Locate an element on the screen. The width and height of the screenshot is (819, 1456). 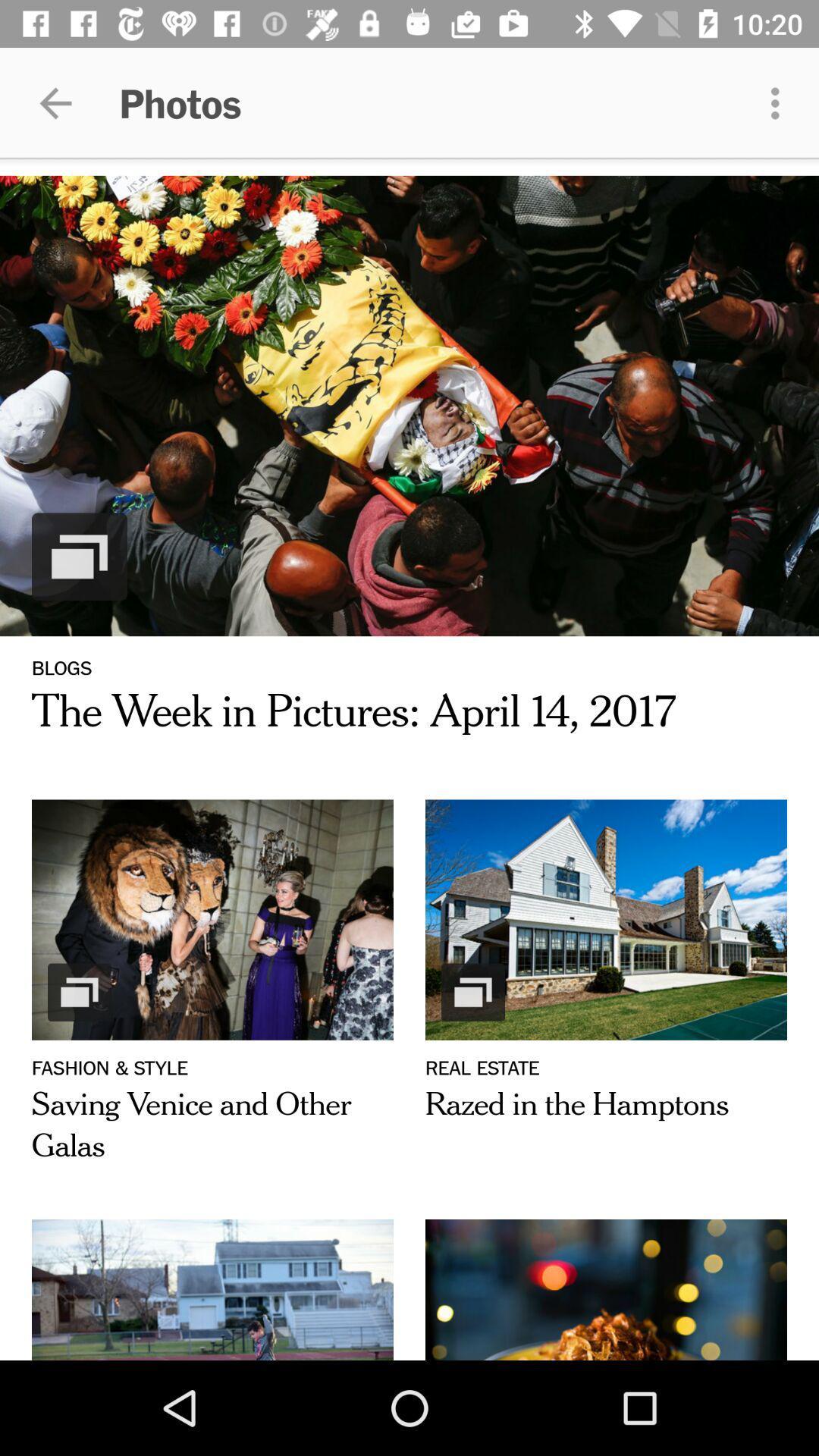
the icon above the text fashion  style is located at coordinates (79, 993).